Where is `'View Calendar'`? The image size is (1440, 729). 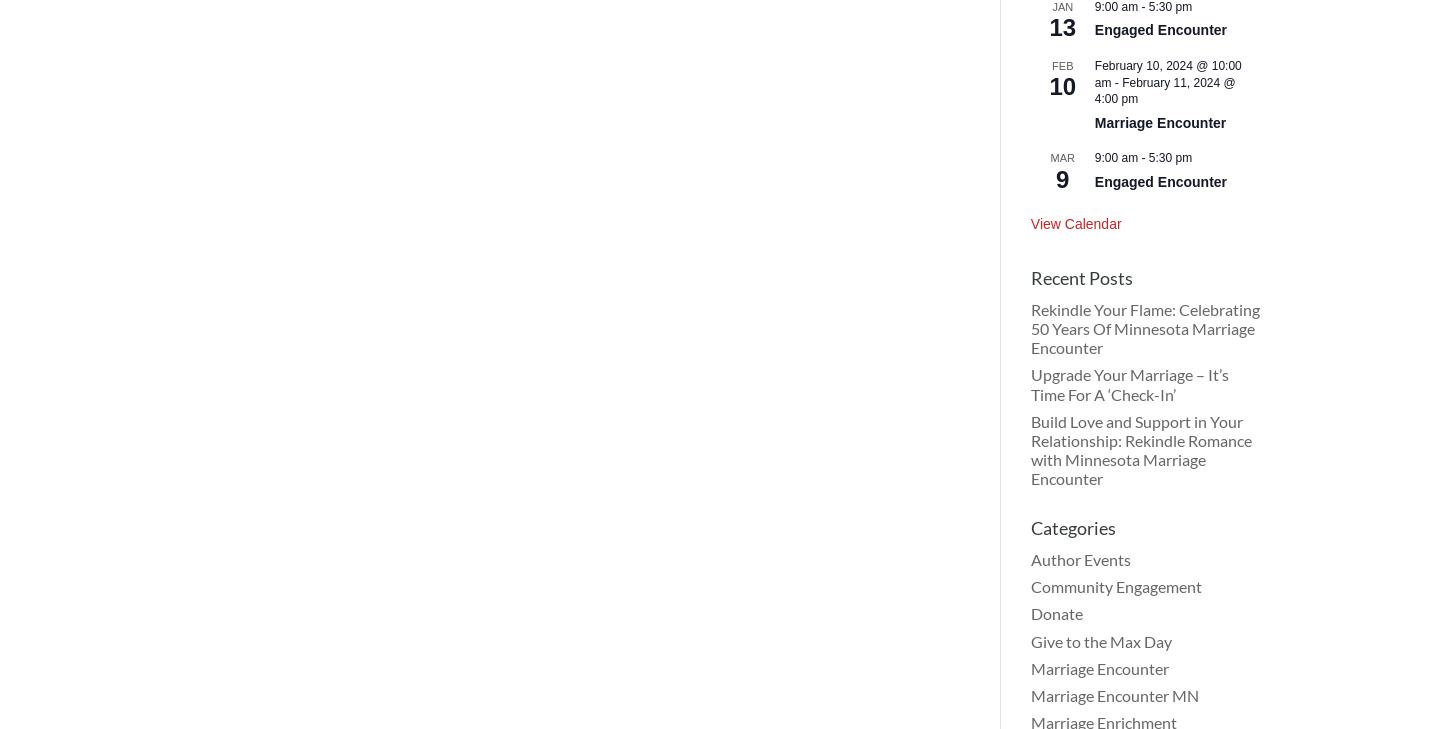 'View Calendar' is located at coordinates (1075, 223).